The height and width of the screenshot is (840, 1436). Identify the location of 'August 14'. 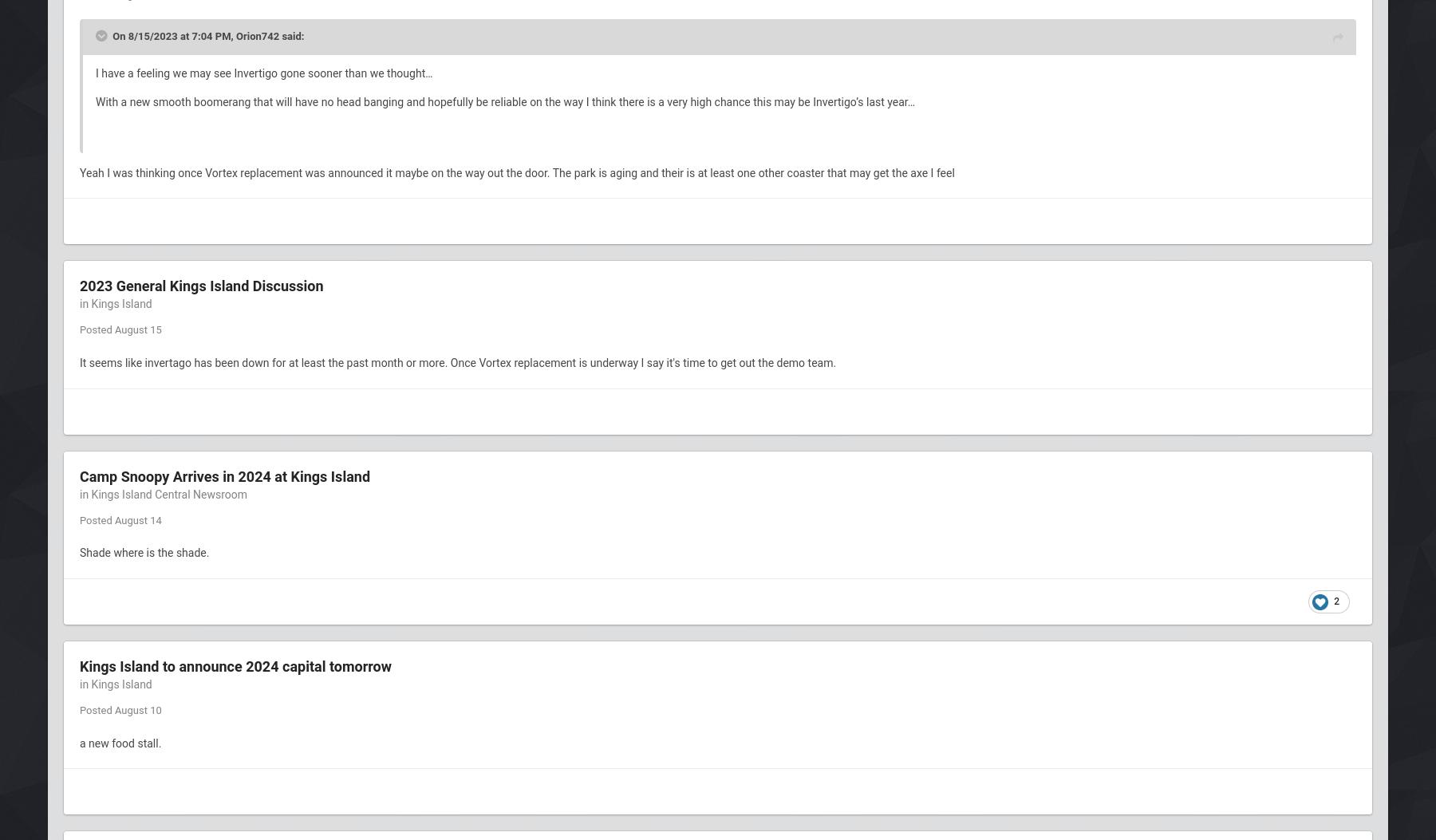
(137, 519).